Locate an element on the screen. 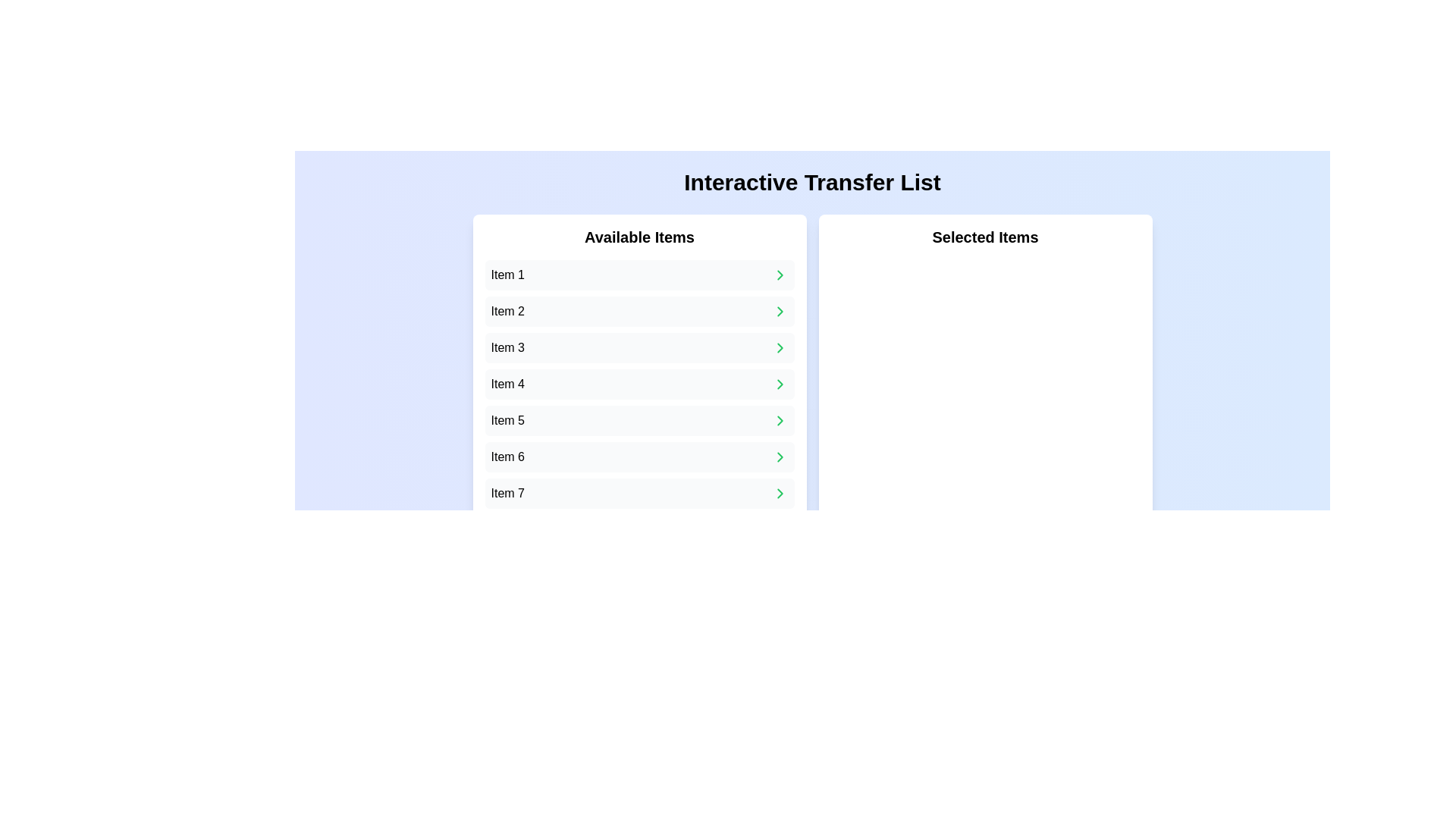  the interactive green arrow icon button located to the right of the 'Item 2' list item is located at coordinates (780, 311).